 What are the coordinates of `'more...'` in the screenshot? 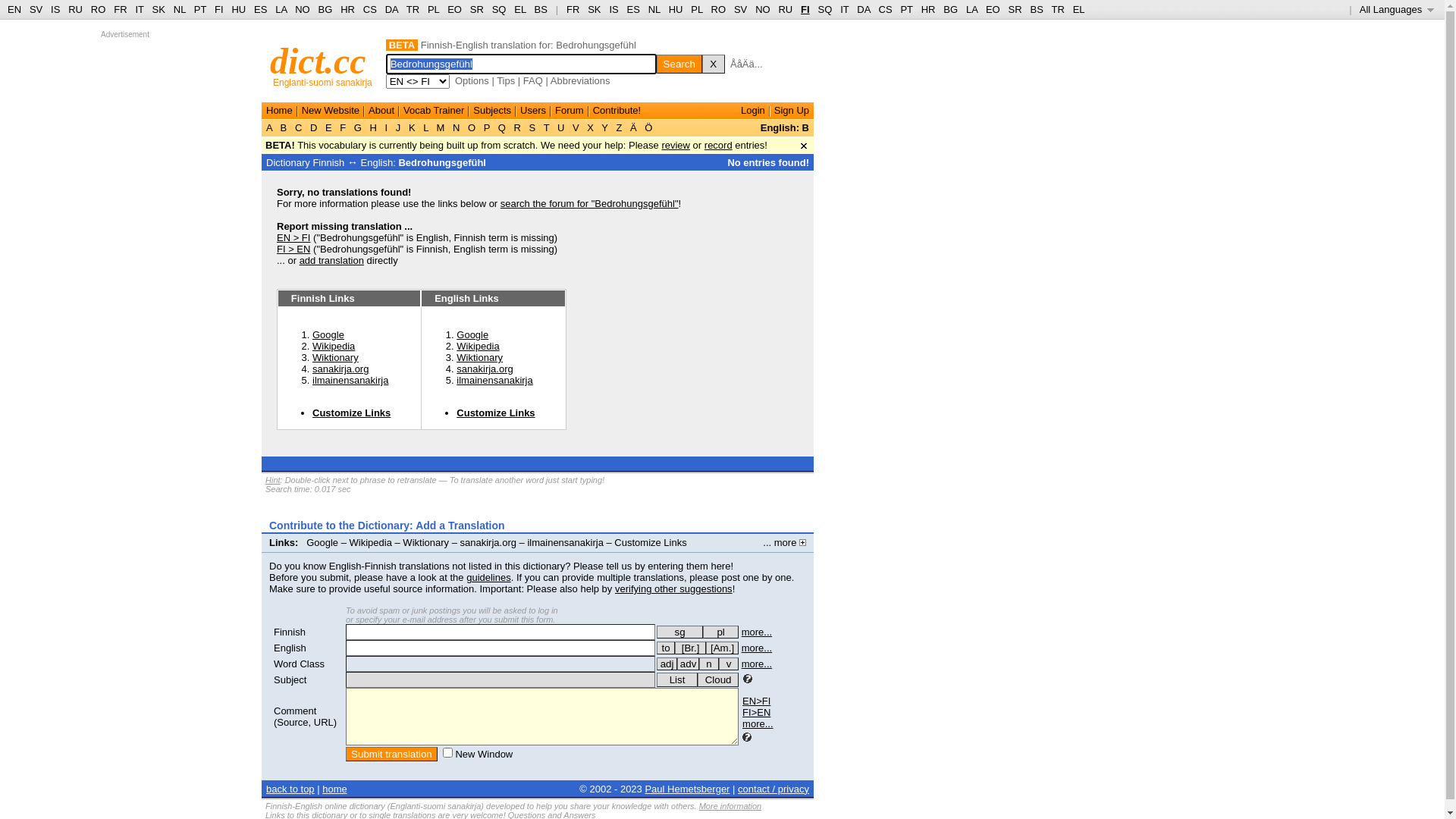 It's located at (757, 648).